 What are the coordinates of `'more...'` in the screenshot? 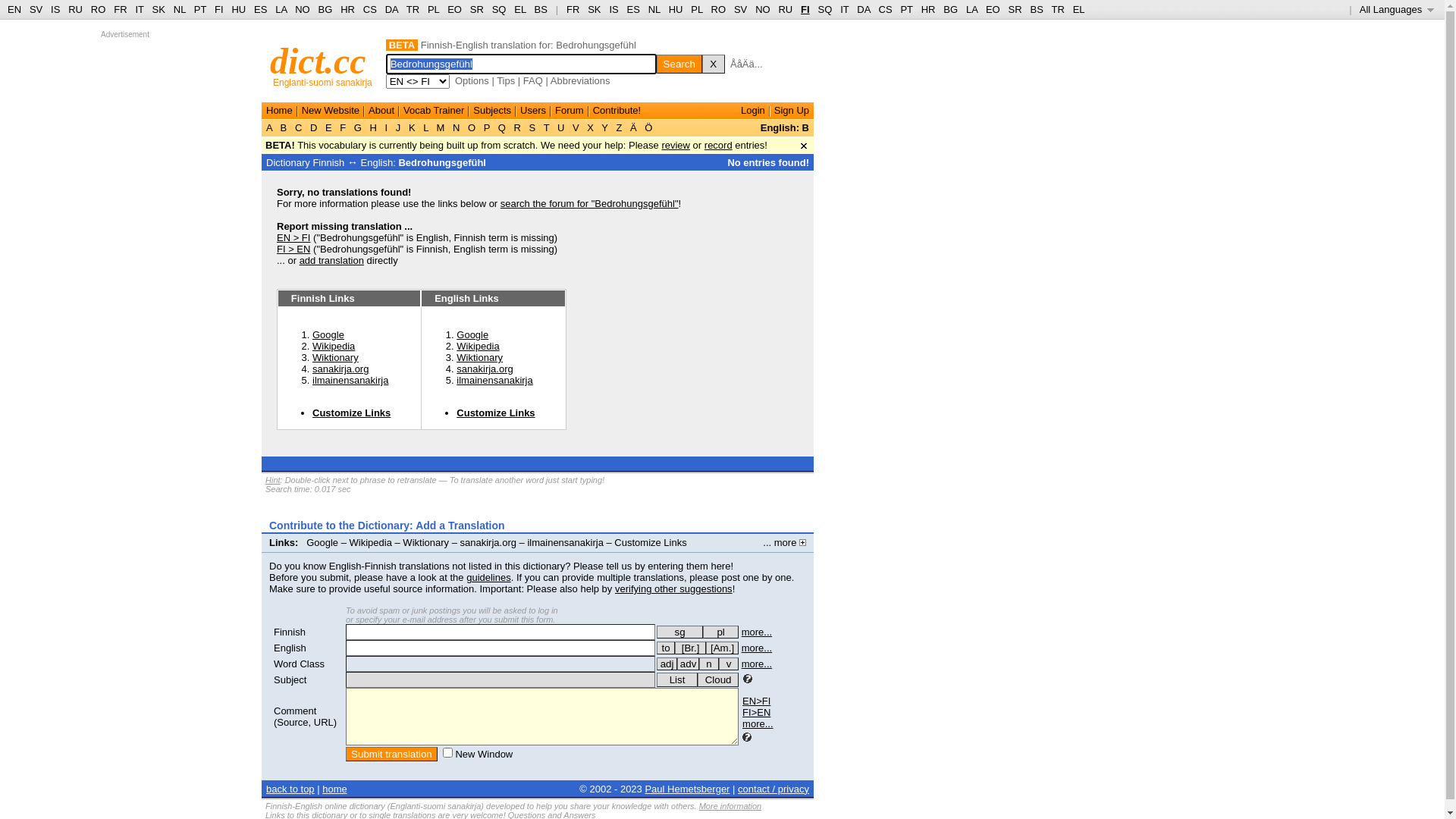 It's located at (757, 648).